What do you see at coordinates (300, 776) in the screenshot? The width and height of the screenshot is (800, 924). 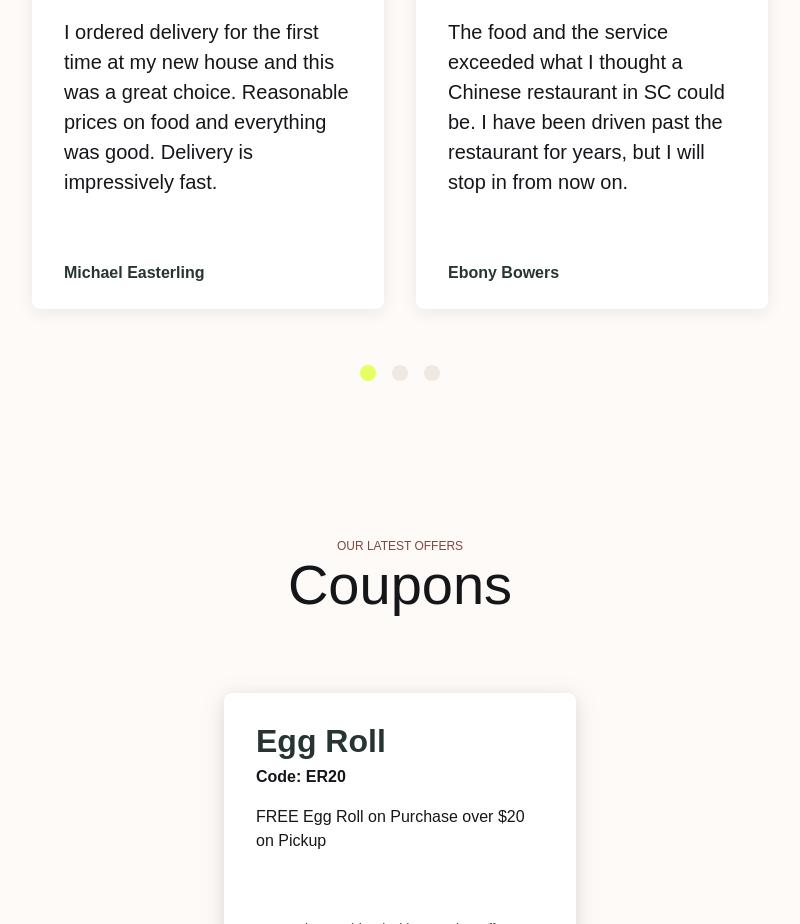 I see `'Code: ER20'` at bounding box center [300, 776].